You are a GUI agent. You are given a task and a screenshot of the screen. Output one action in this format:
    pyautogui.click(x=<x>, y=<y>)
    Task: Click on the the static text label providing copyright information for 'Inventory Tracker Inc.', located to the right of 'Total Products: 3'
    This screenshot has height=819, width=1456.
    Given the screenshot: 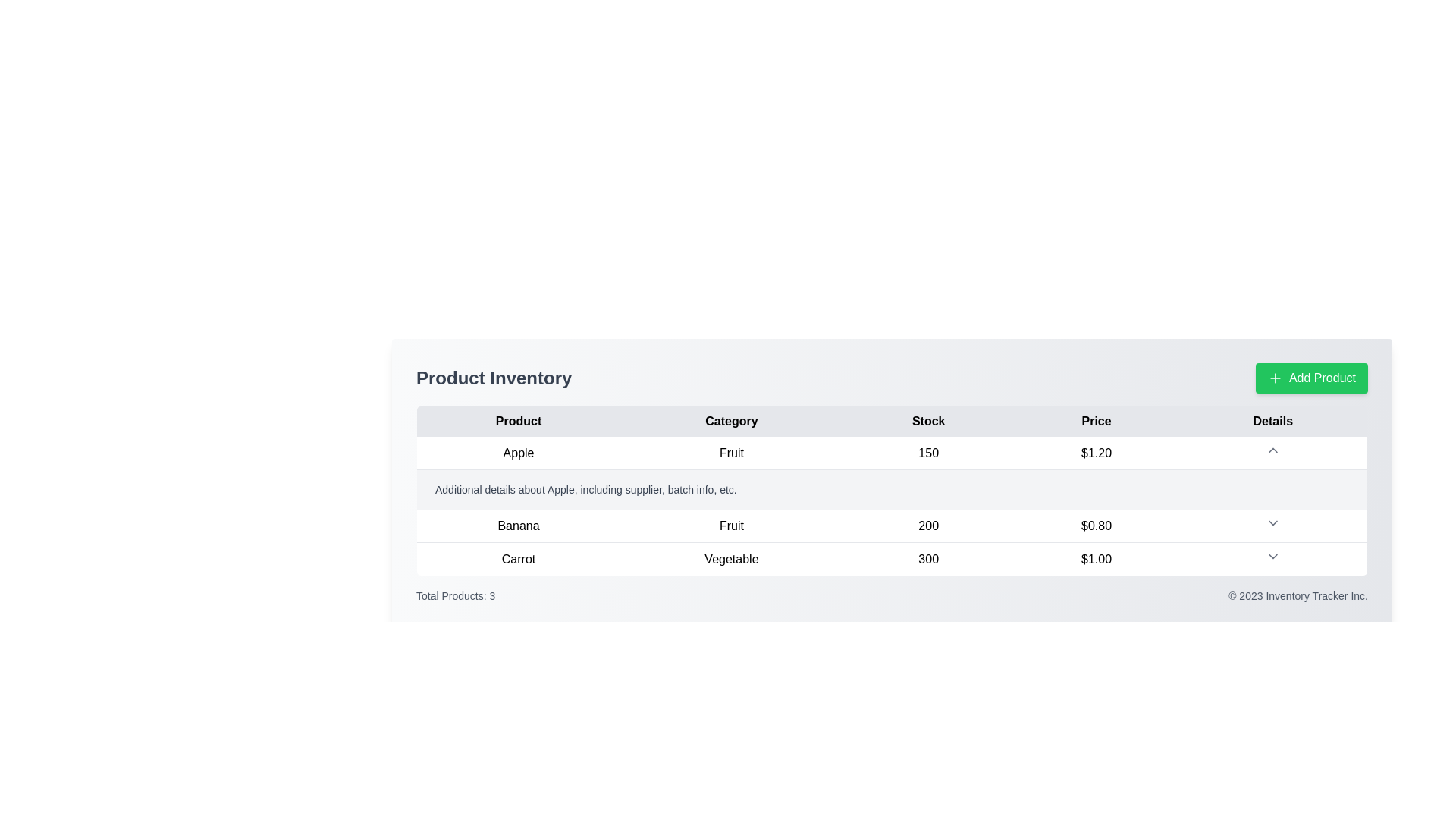 What is the action you would take?
    pyautogui.click(x=1298, y=595)
    